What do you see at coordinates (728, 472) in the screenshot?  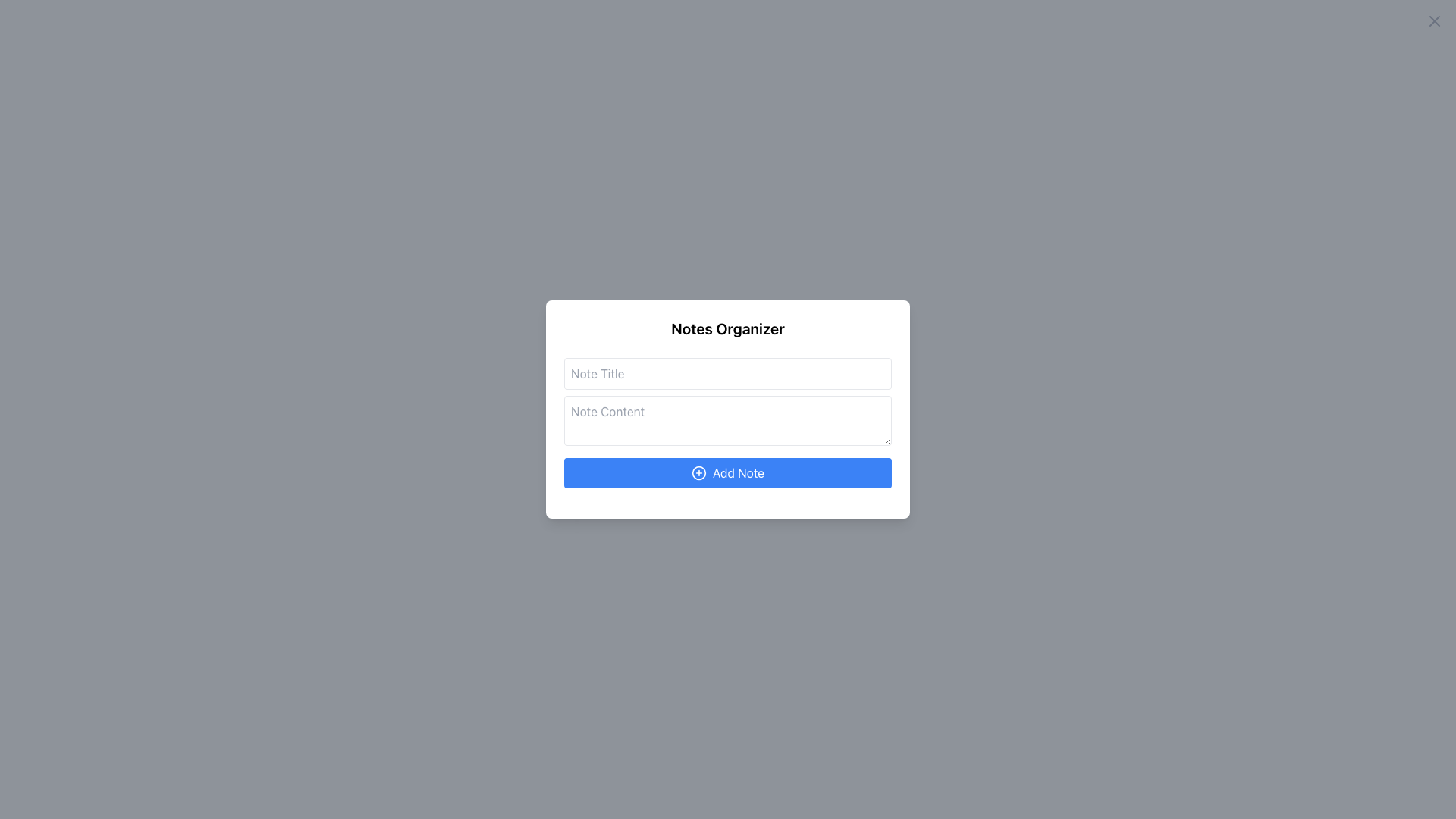 I see `the blue rectangular button labeled 'Add Note'` at bounding box center [728, 472].